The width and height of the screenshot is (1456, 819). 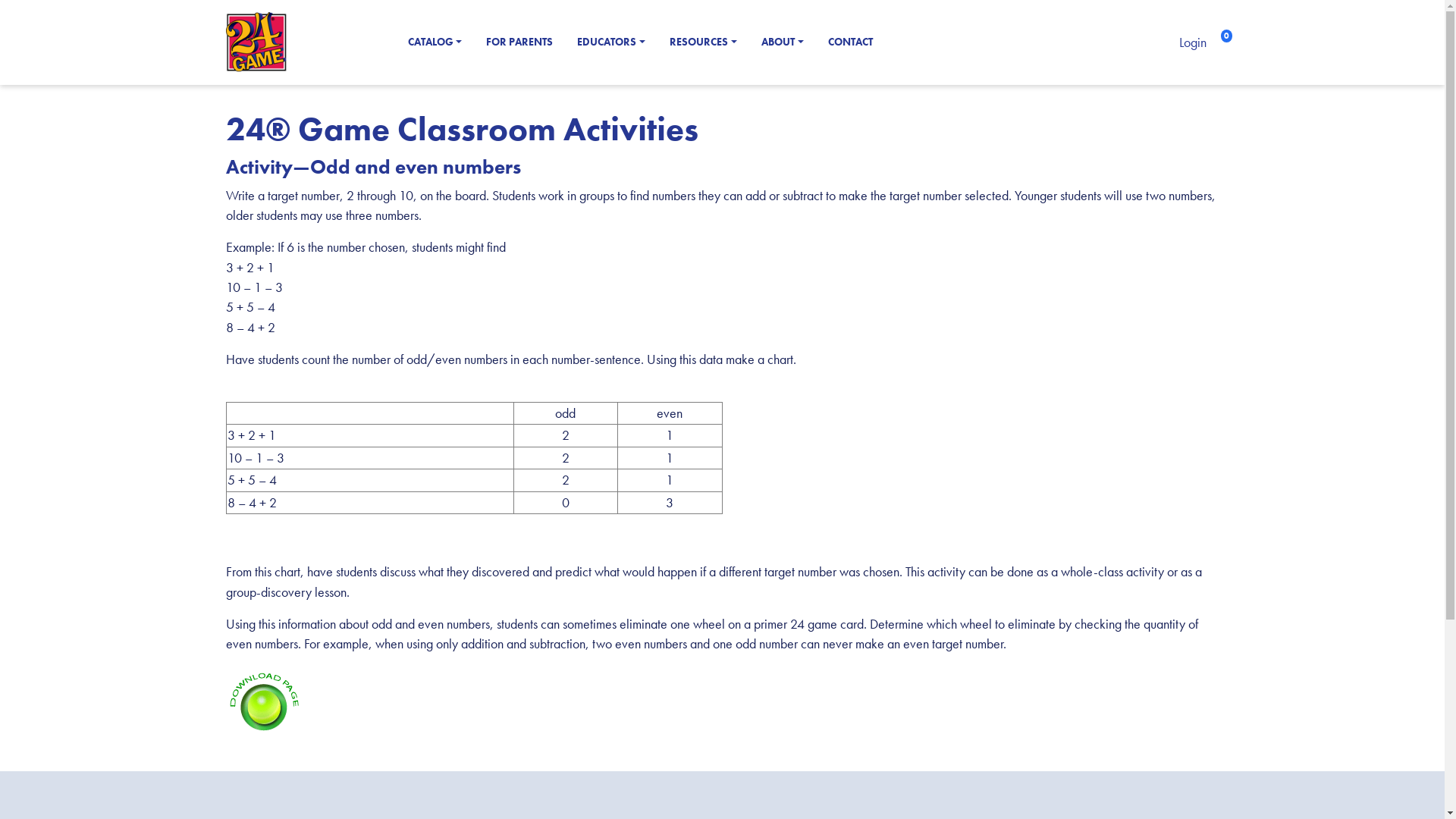 What do you see at coordinates (396, 42) in the screenshot?
I see `'CATALOG'` at bounding box center [396, 42].